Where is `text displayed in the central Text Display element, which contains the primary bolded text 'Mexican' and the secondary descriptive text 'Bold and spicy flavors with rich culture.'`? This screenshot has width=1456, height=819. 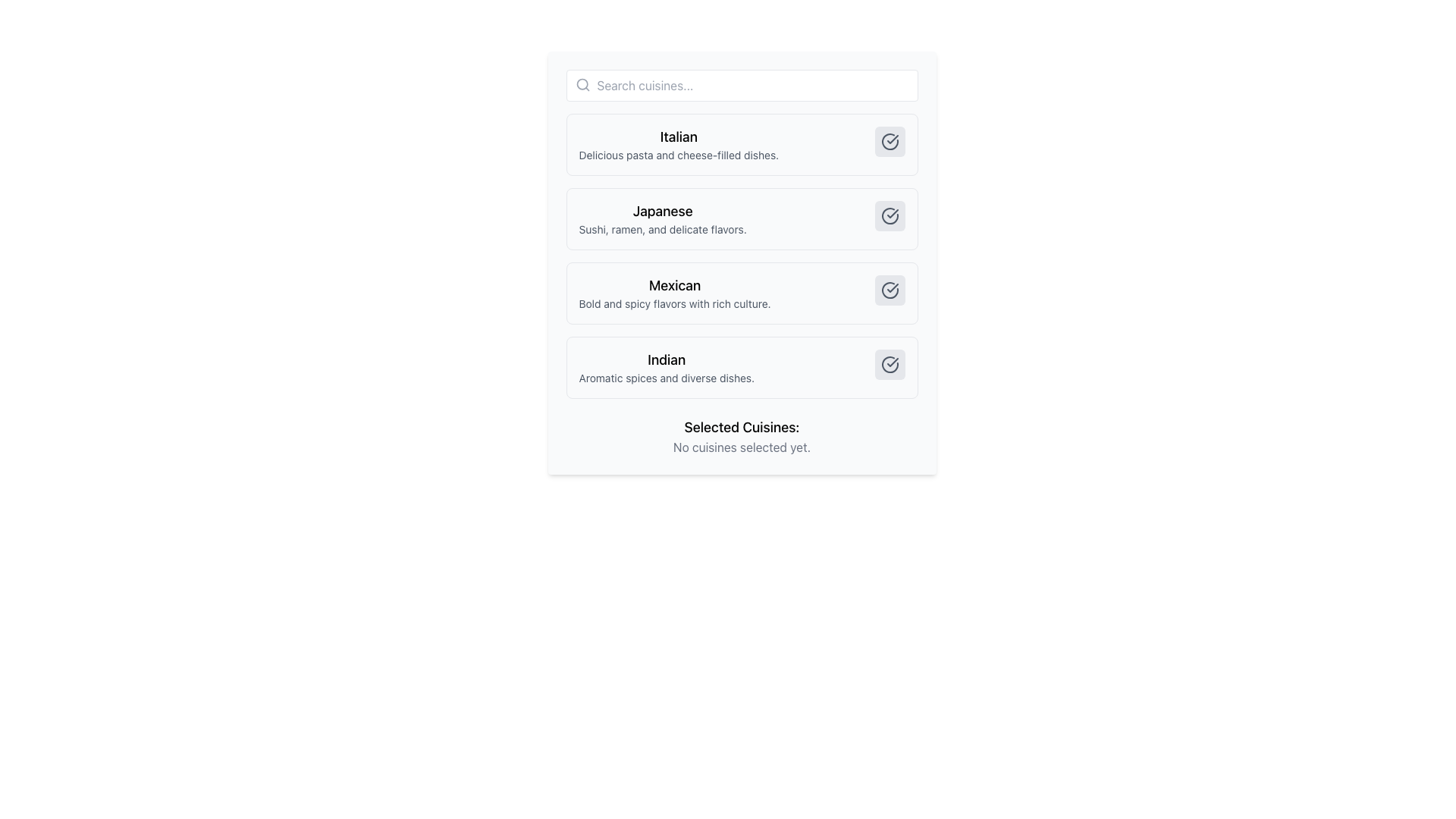 text displayed in the central Text Display element, which contains the primary bolded text 'Mexican' and the secondary descriptive text 'Bold and spicy flavors with rich culture.' is located at coordinates (674, 293).